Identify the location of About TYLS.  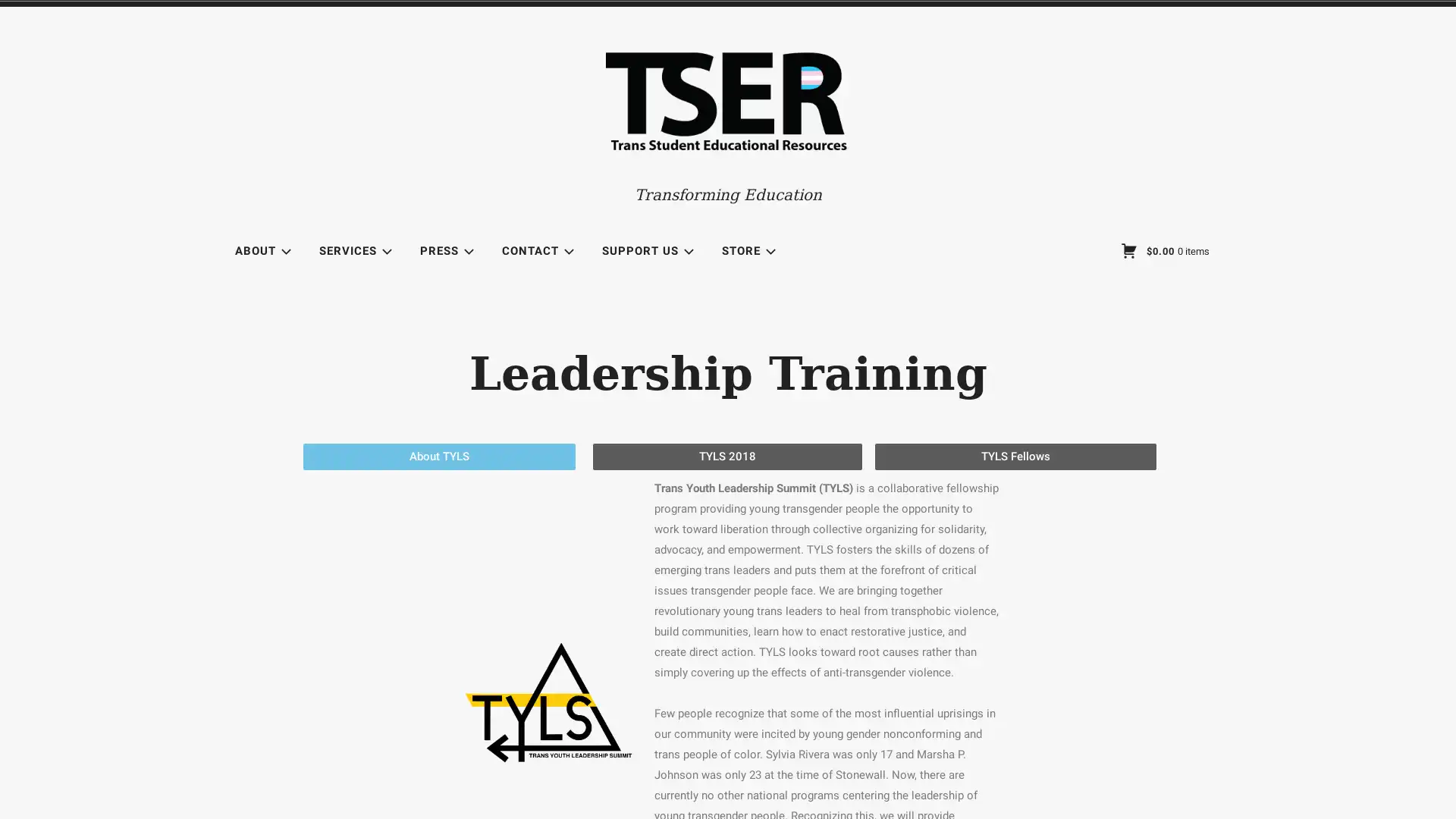
(438, 456).